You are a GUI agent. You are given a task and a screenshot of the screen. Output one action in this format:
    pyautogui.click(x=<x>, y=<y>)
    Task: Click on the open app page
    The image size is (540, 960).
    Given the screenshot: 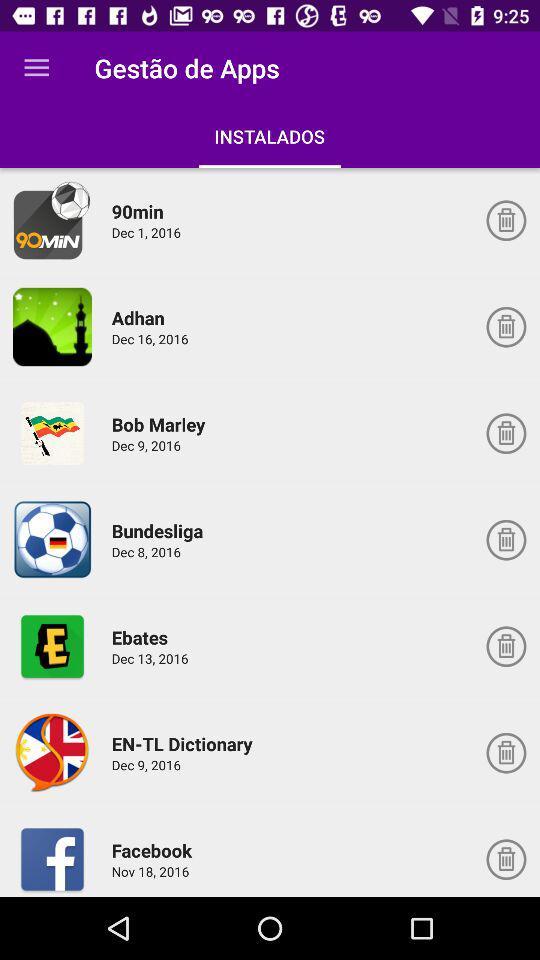 What is the action you would take?
    pyautogui.click(x=52, y=539)
    